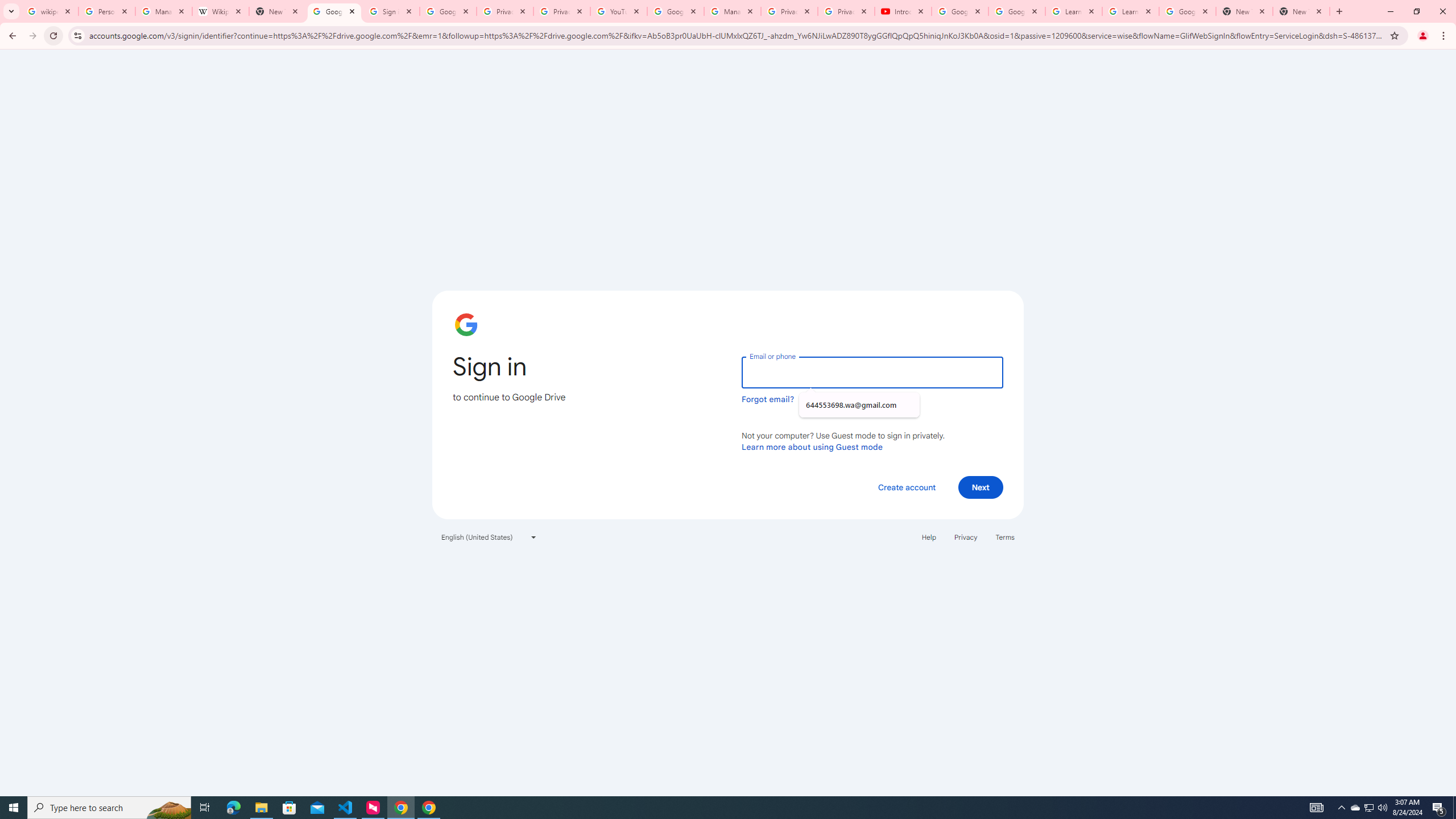  What do you see at coordinates (164, 11) in the screenshot?
I see `'Manage your Location History - Google Search Help'` at bounding box center [164, 11].